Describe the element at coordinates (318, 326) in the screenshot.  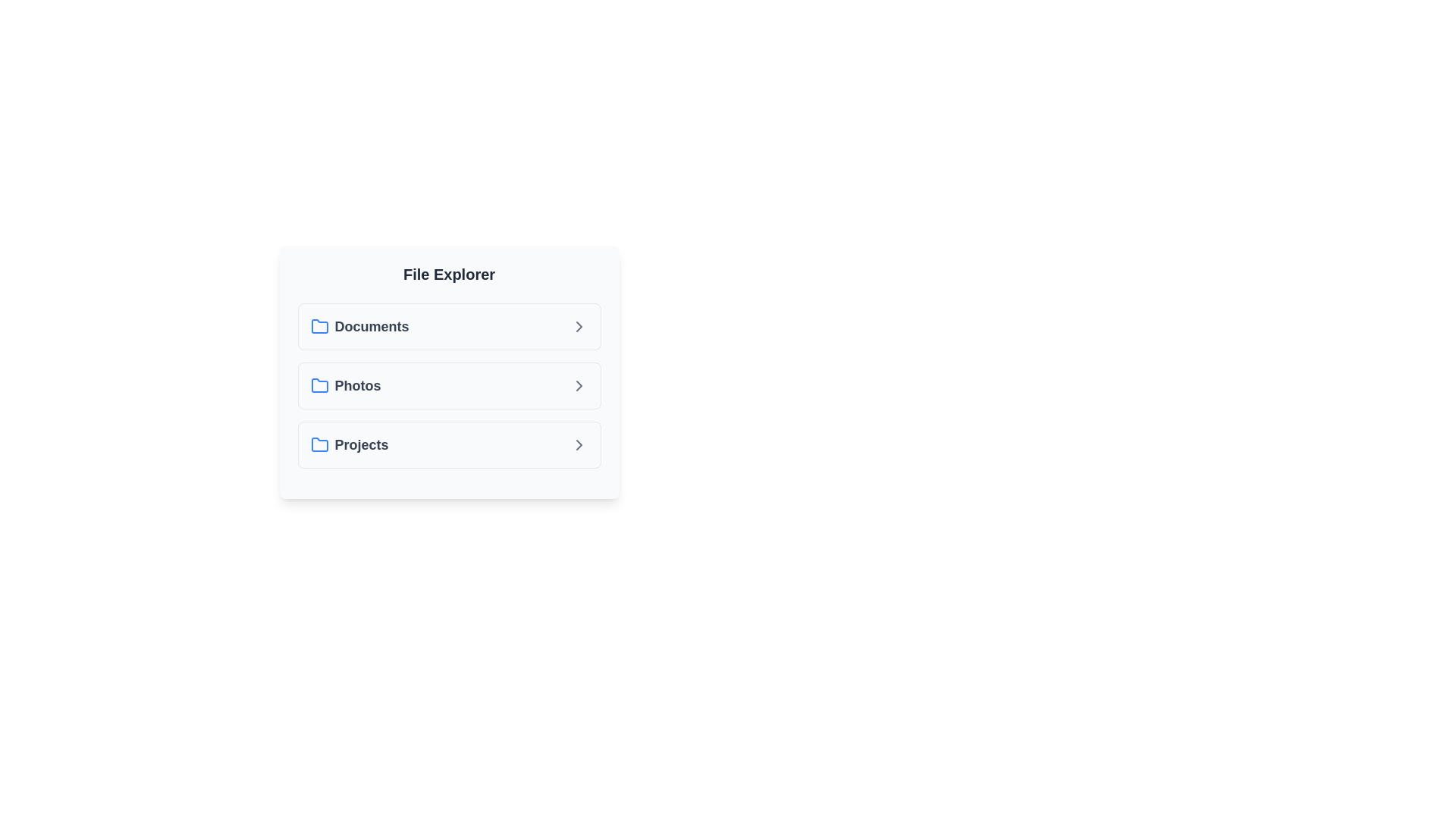
I see `the folder icon next to Documents` at that location.